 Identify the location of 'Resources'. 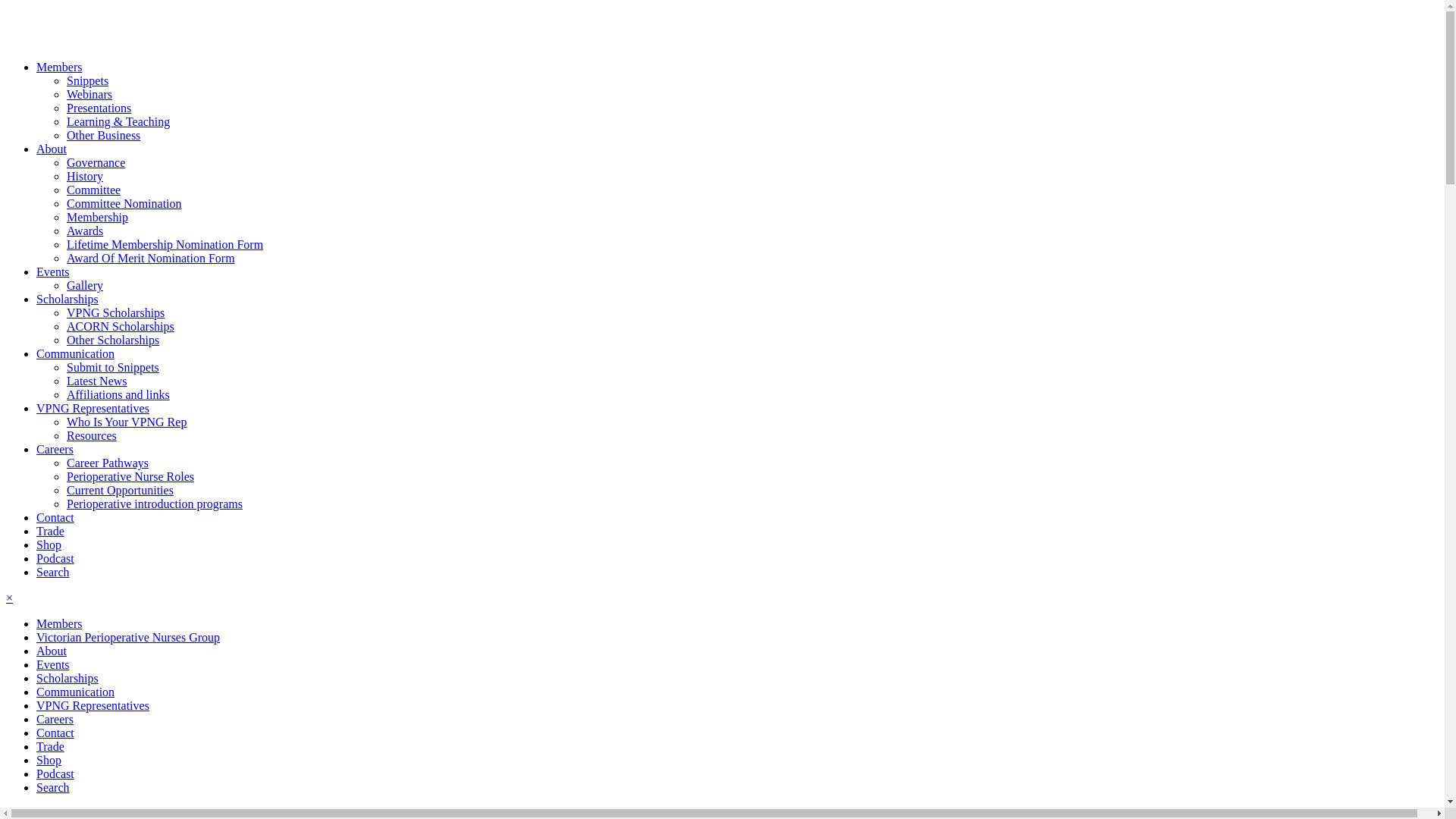
(90, 435).